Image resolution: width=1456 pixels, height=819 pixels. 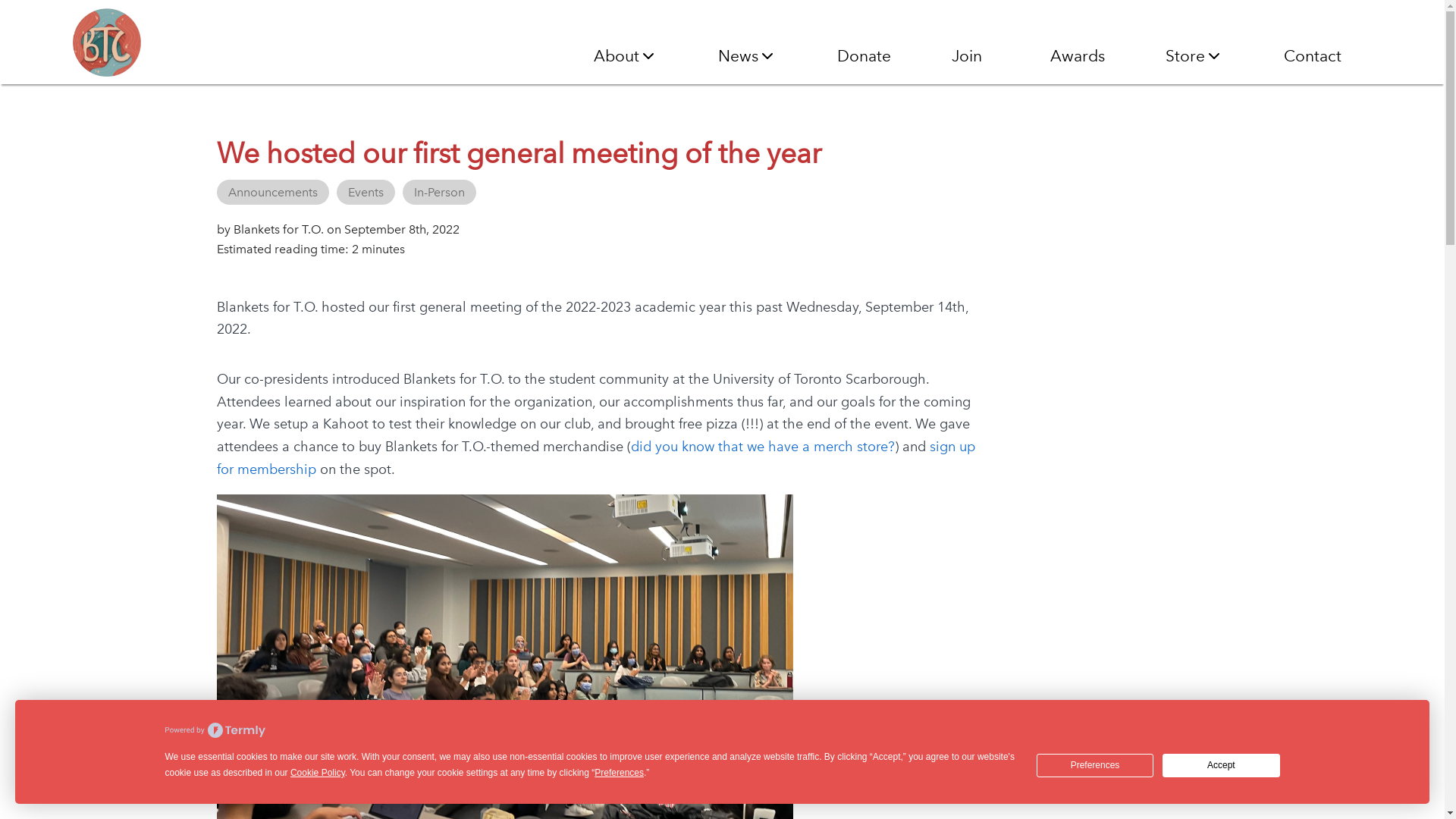 What do you see at coordinates (1312, 55) in the screenshot?
I see `'Contact'` at bounding box center [1312, 55].